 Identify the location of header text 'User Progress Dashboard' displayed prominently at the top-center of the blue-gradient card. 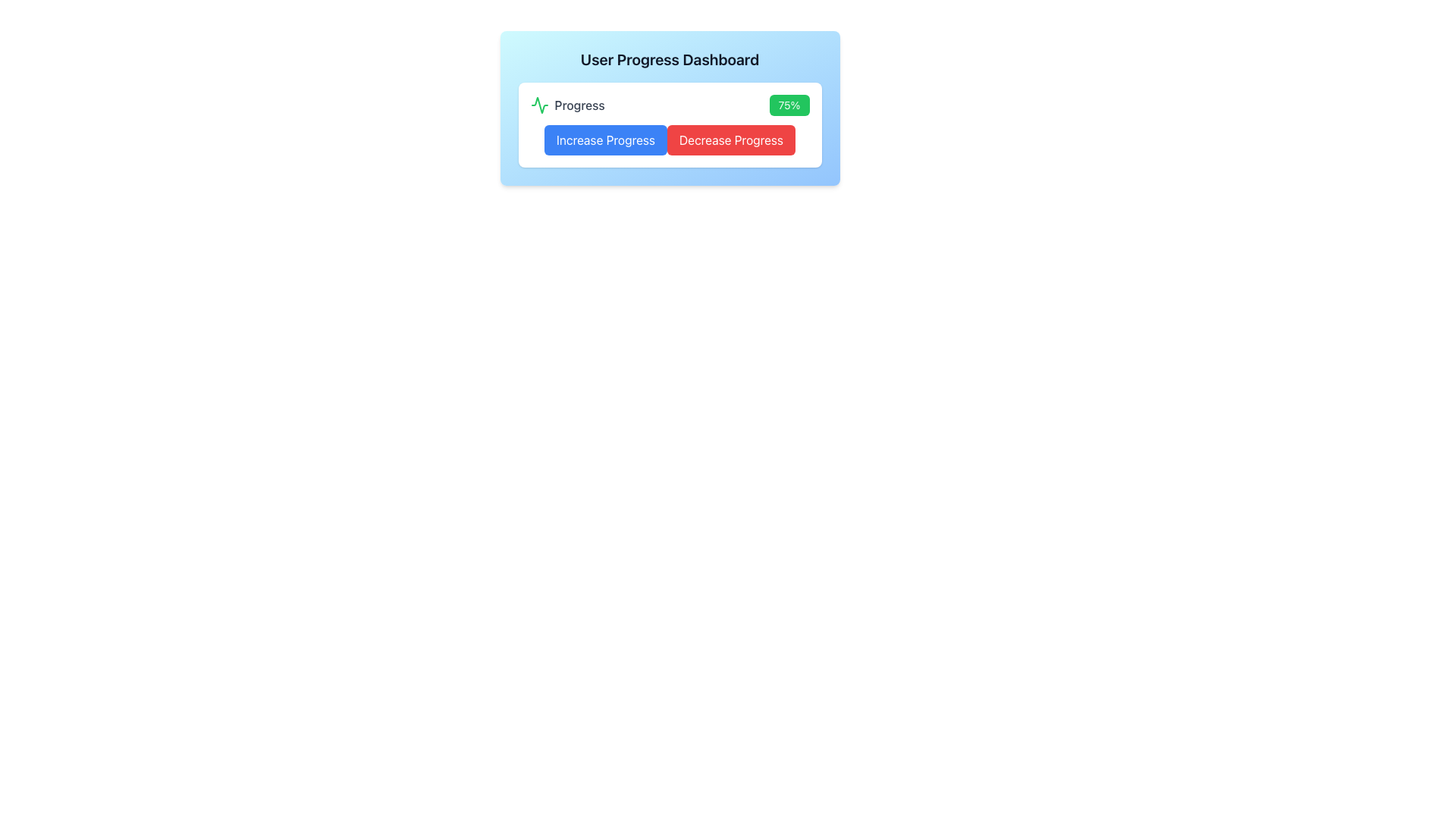
(669, 58).